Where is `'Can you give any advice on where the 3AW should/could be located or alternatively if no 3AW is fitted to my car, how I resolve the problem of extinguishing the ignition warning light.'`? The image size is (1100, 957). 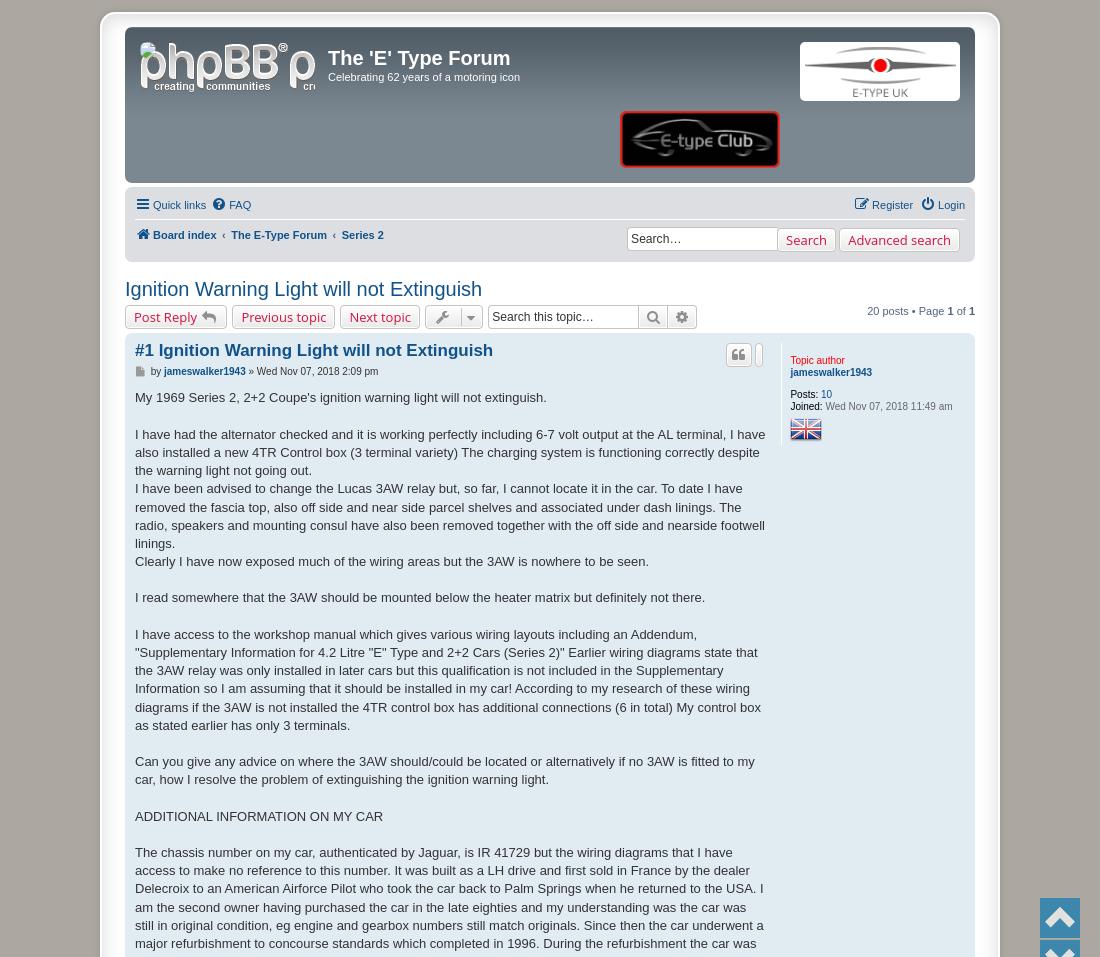 'Can you give any advice on where the 3AW should/could be located or alternatively if no 3AW is fitted to my car, how I resolve the problem of extinguishing the ignition warning light.' is located at coordinates (443, 769).